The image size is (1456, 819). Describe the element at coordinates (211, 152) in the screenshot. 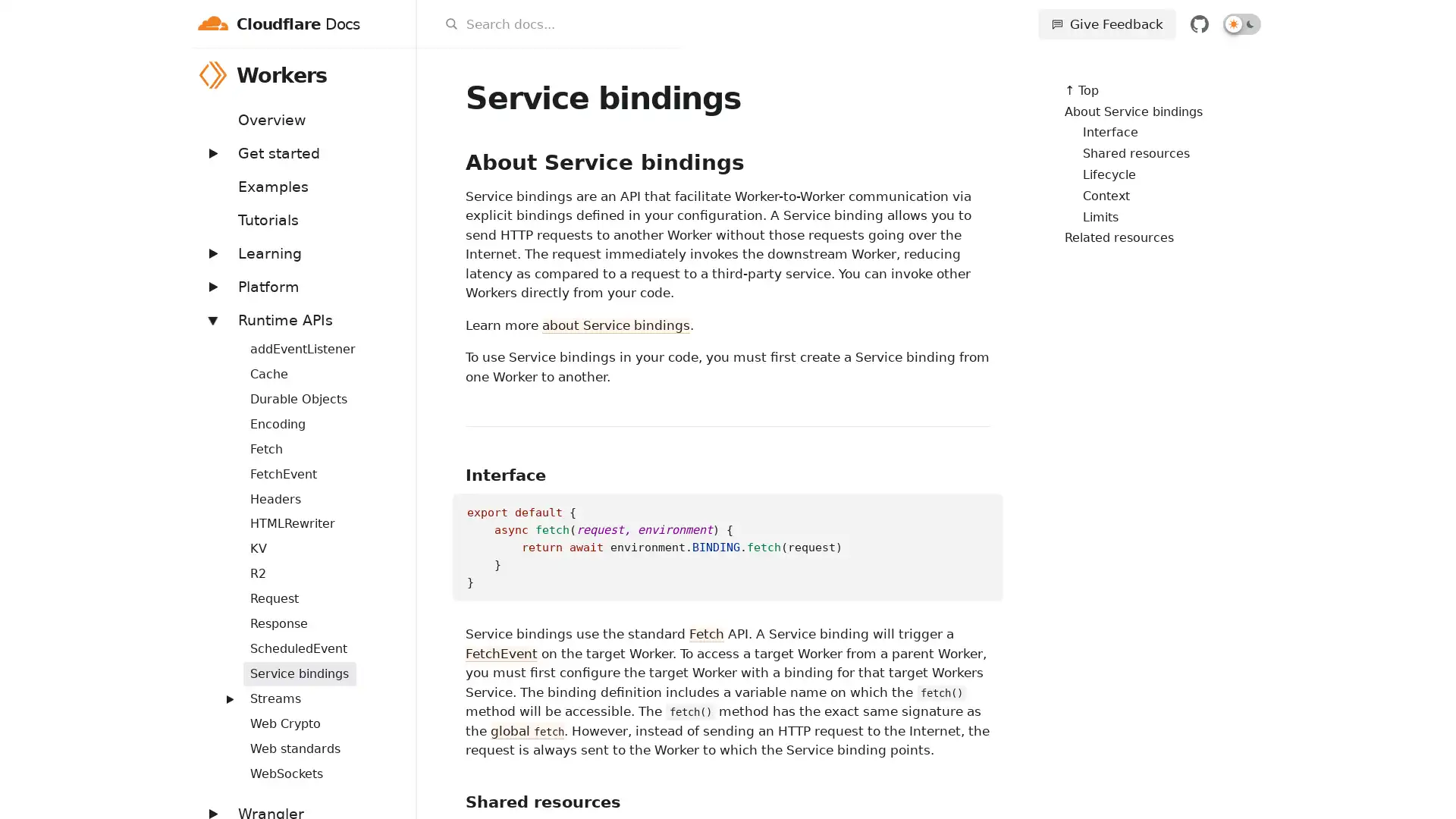

I see `Expand: Get started` at that location.